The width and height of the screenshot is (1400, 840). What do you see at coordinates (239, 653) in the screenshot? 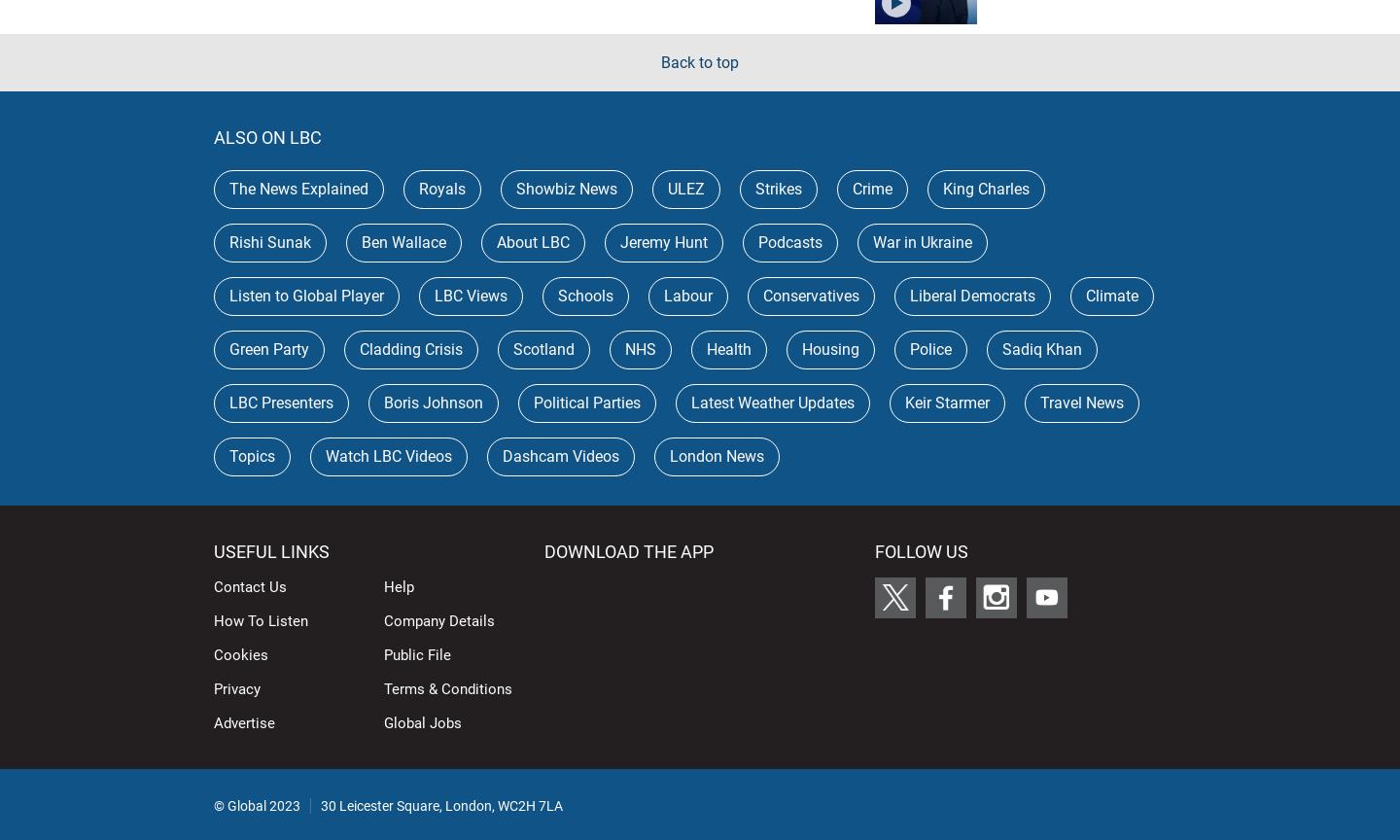
I see `'Cookies'` at bounding box center [239, 653].